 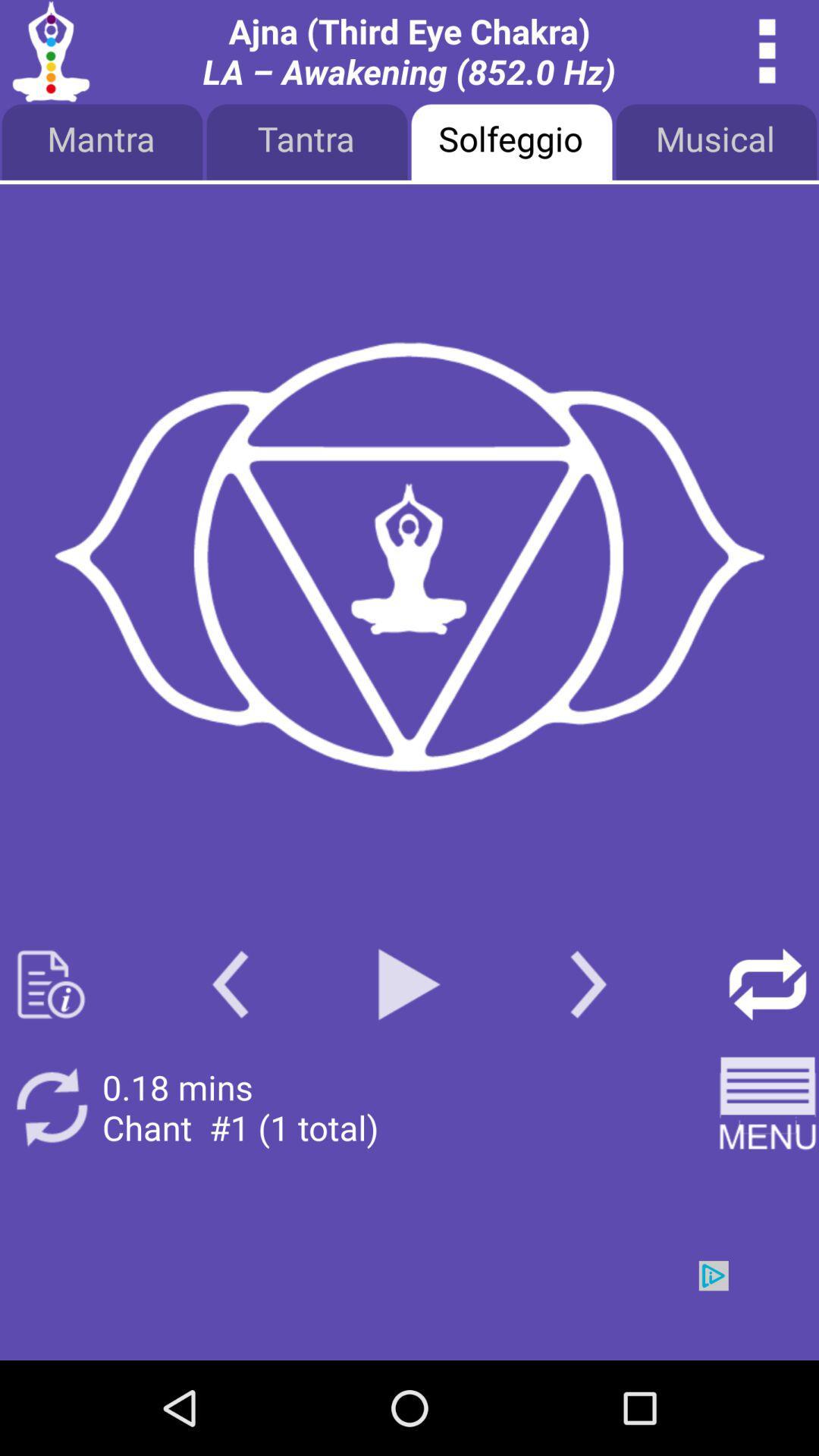 I want to click on advertisement page, so click(x=408, y=557).